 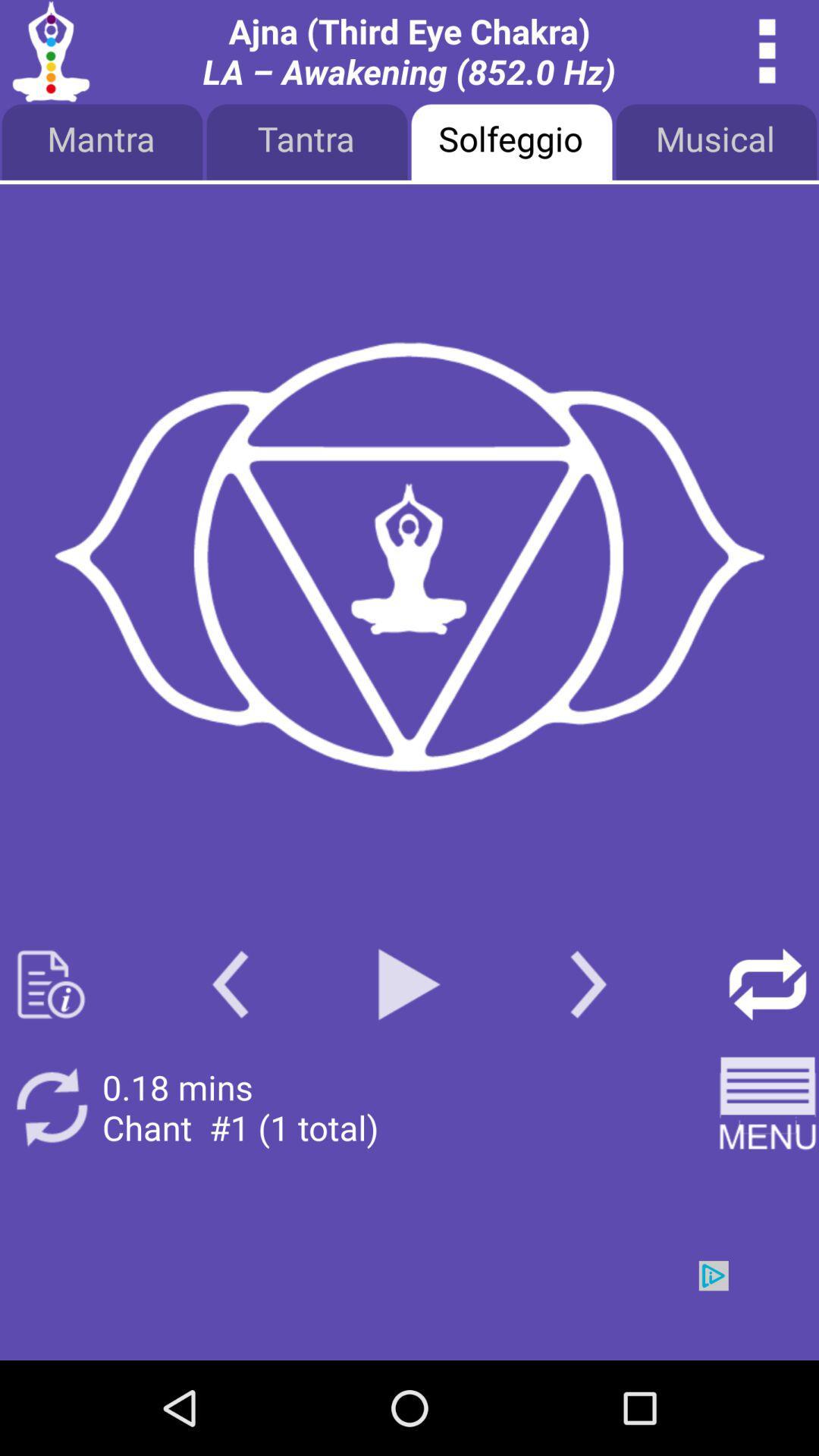 I want to click on advertisement page, so click(x=408, y=557).